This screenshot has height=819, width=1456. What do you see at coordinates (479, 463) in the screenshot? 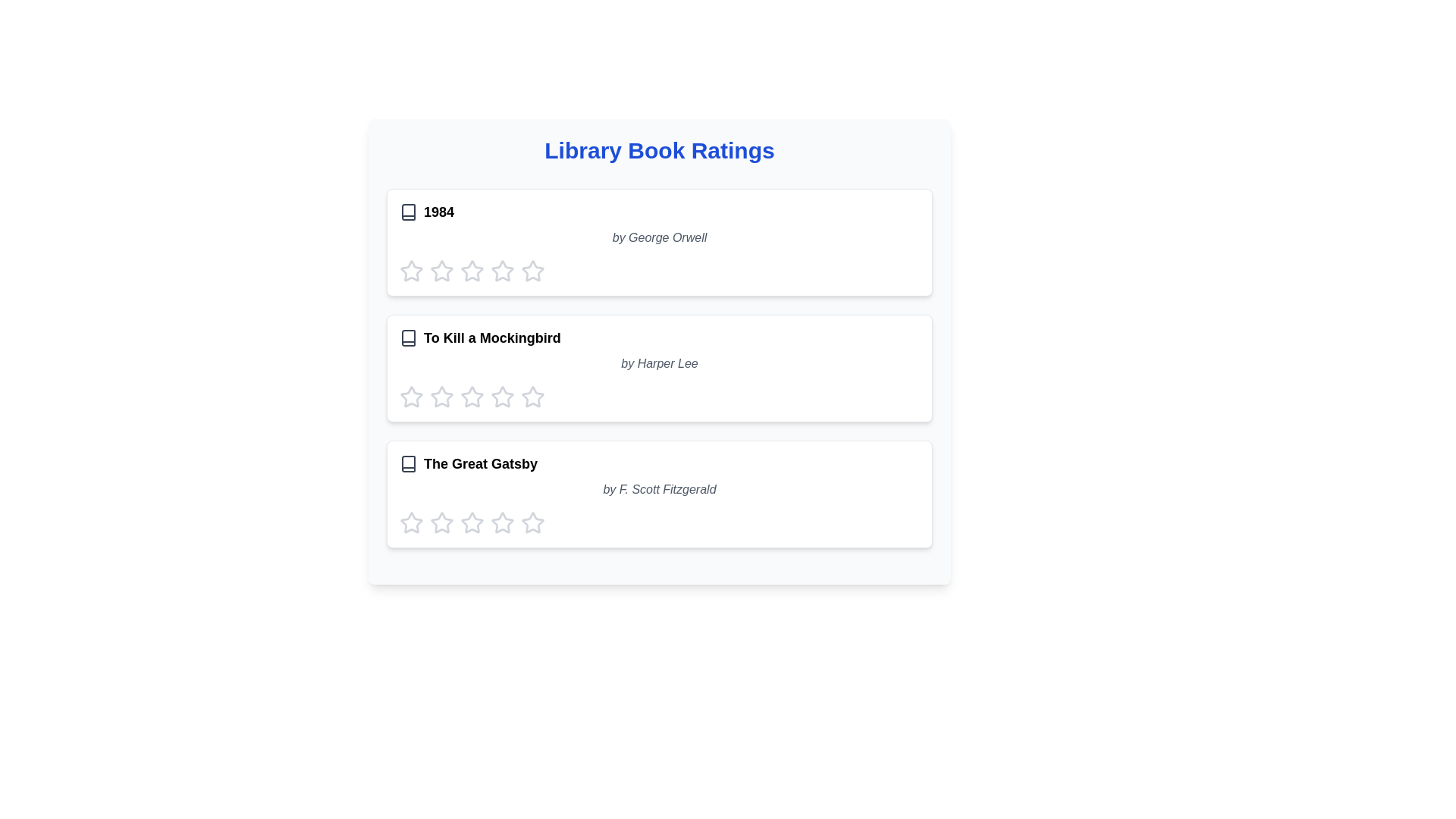
I see `the text label 'The Great Gatsby', which is the third entry in the book details list, visually distinct with bold, large font, located above the author name section` at bounding box center [479, 463].